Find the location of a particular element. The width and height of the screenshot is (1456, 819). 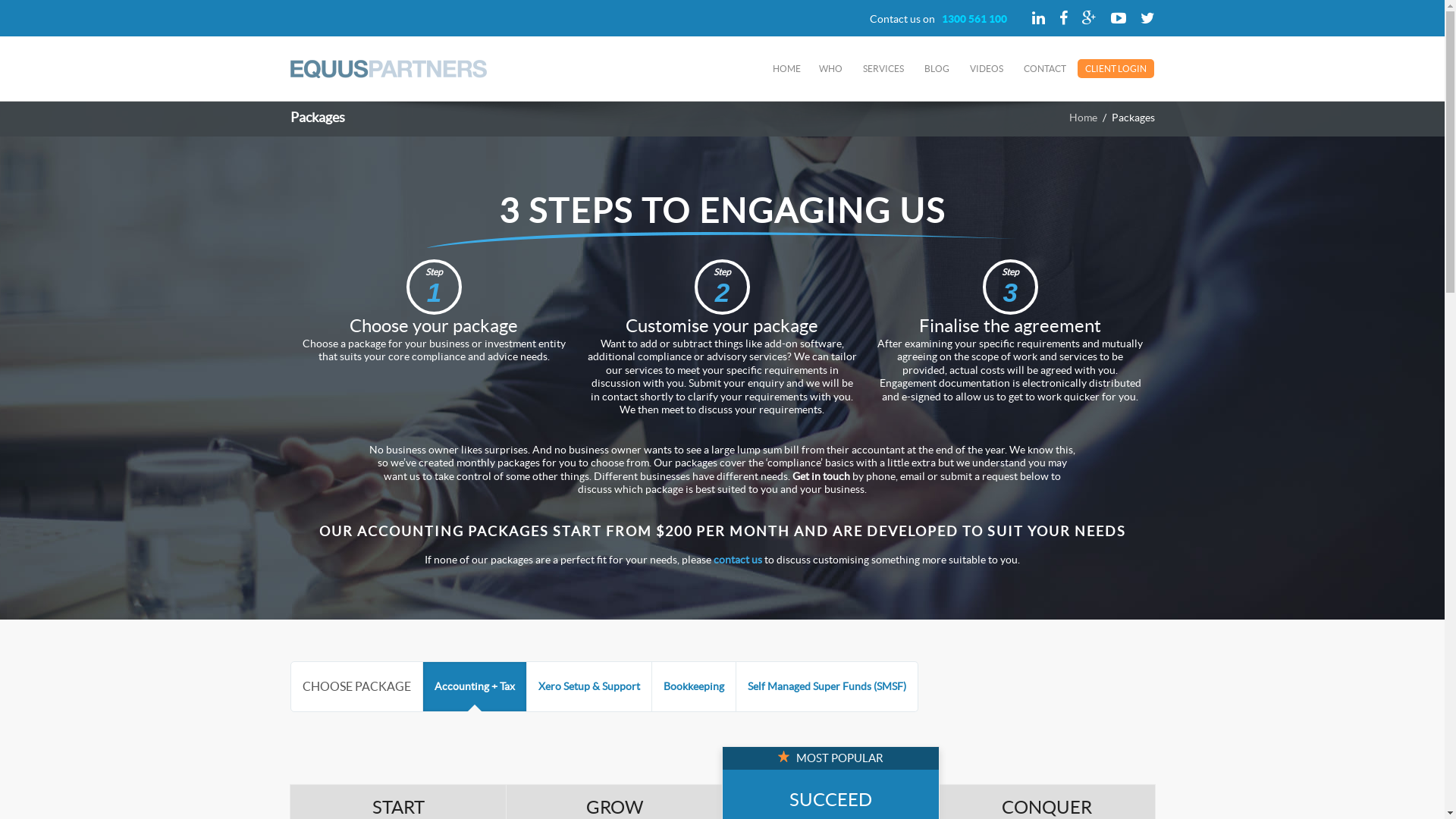

'CLIENT LOGIN' is located at coordinates (1116, 68).